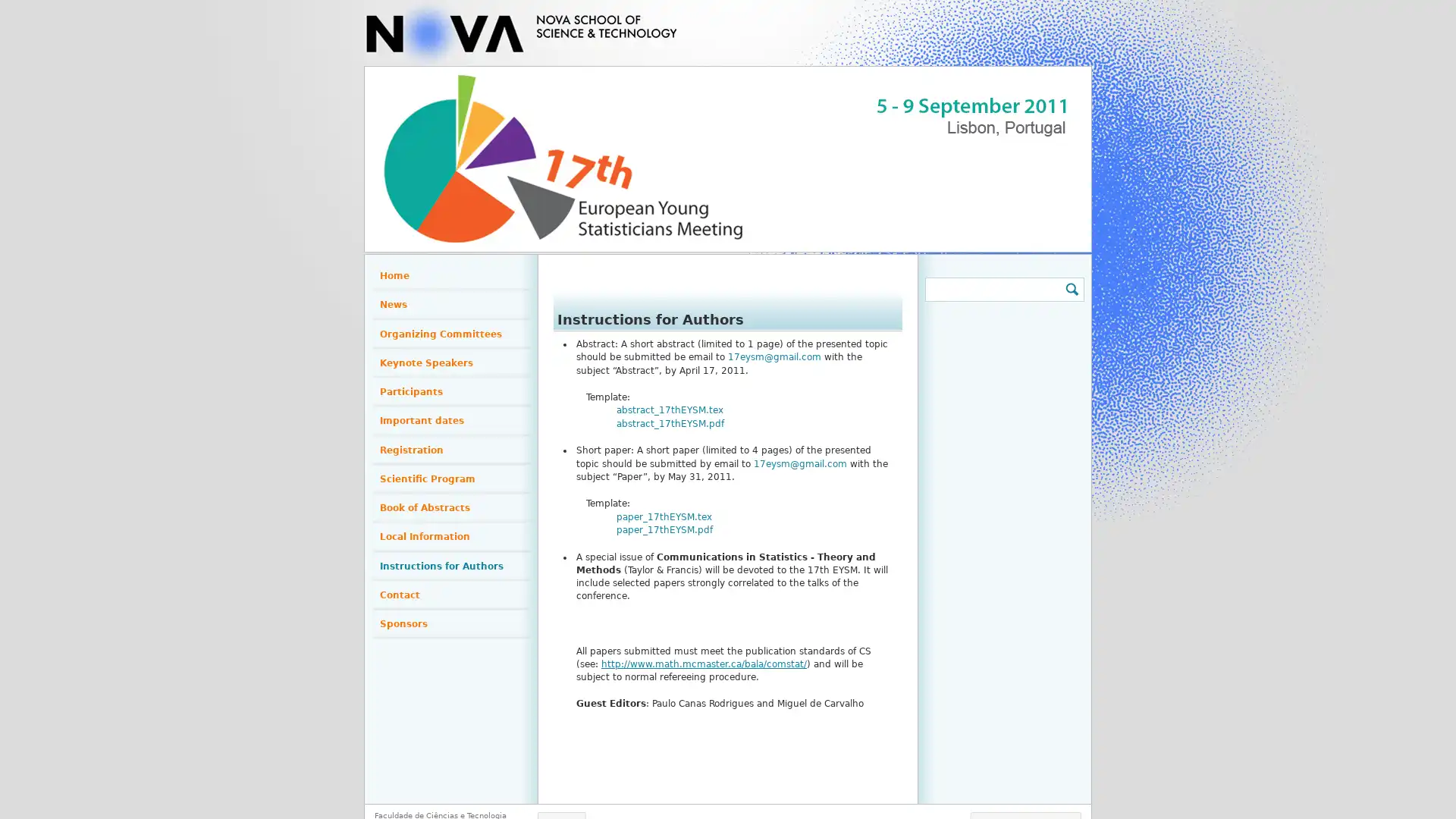 The height and width of the screenshot is (819, 1456). Describe the element at coordinates (1070, 289) in the screenshot. I see `Search` at that location.